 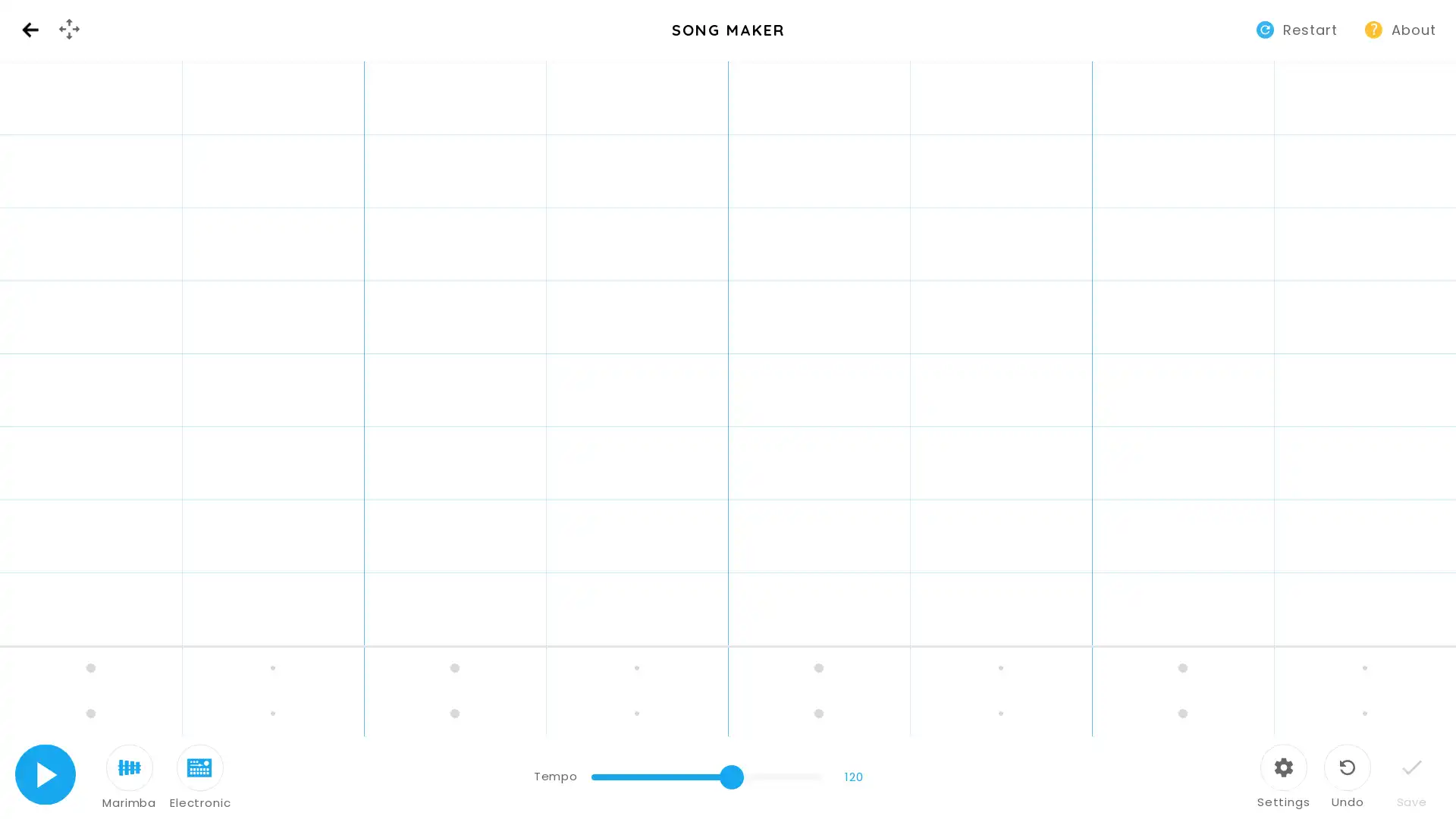 What do you see at coordinates (30, 30) in the screenshot?
I see `Back to Music Lab website` at bounding box center [30, 30].